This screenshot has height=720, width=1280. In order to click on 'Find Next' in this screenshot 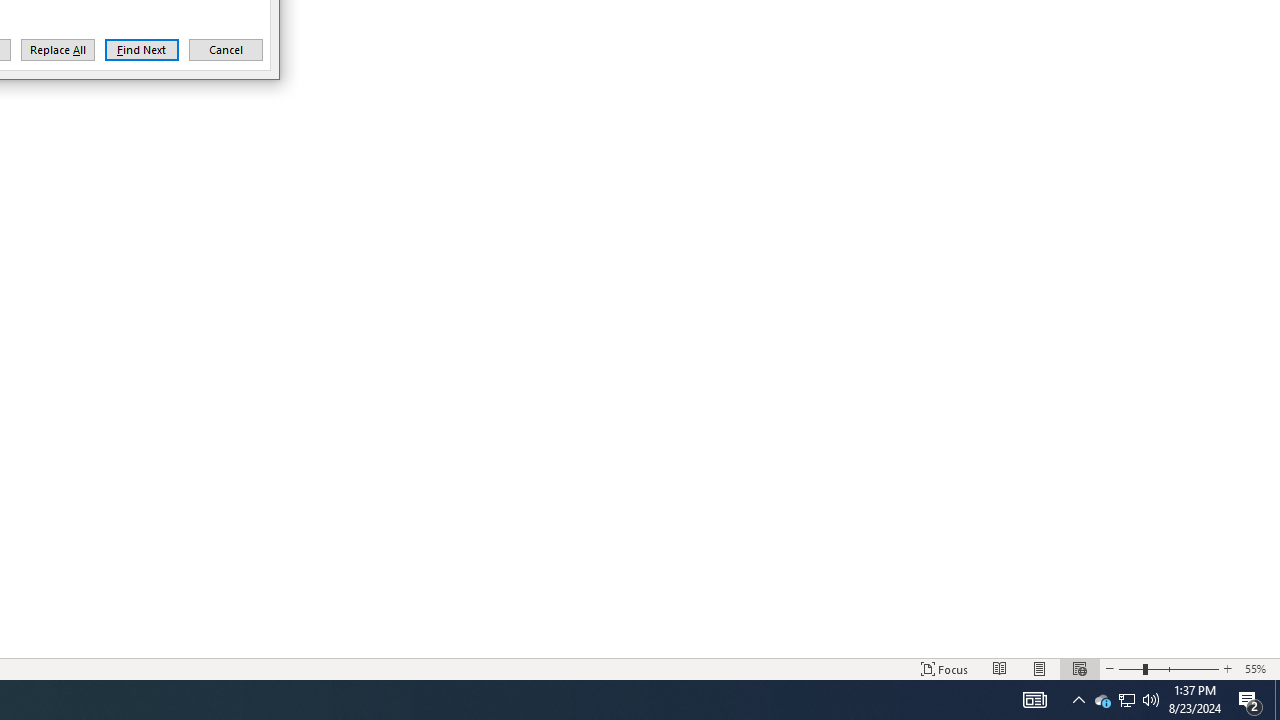, I will do `click(141, 49)`.